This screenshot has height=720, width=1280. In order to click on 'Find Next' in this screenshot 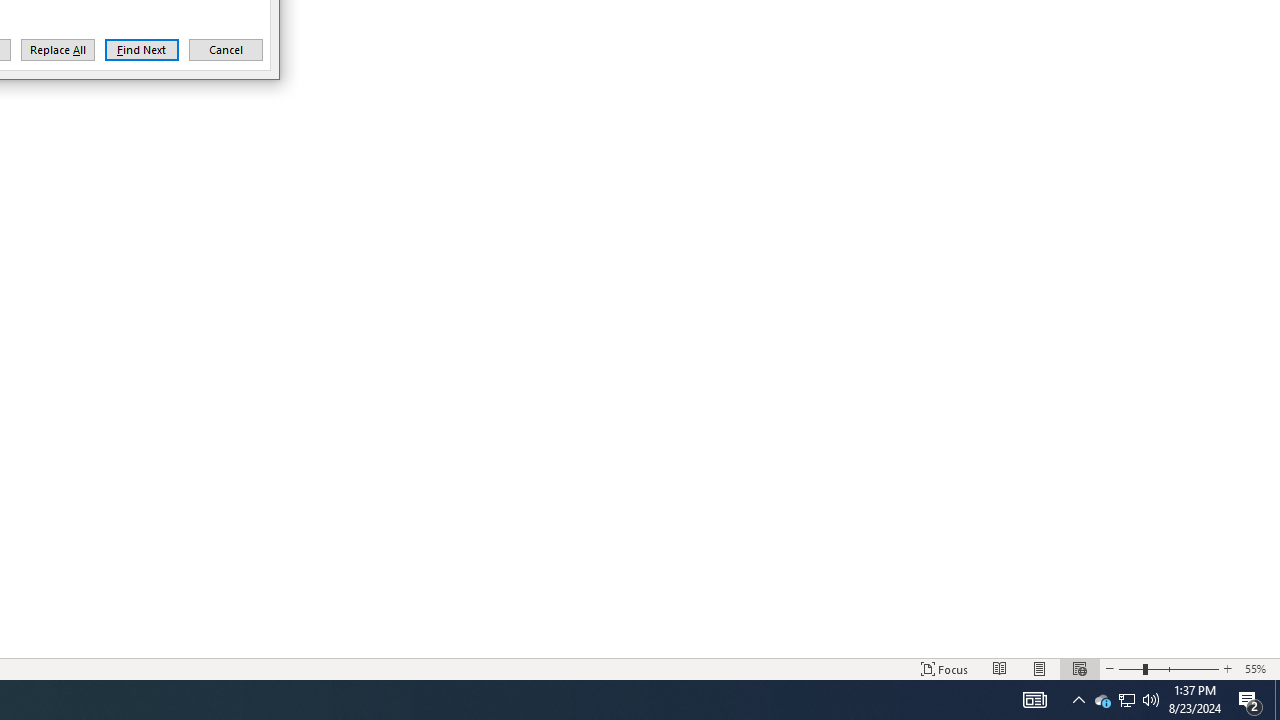, I will do `click(141, 49)`.